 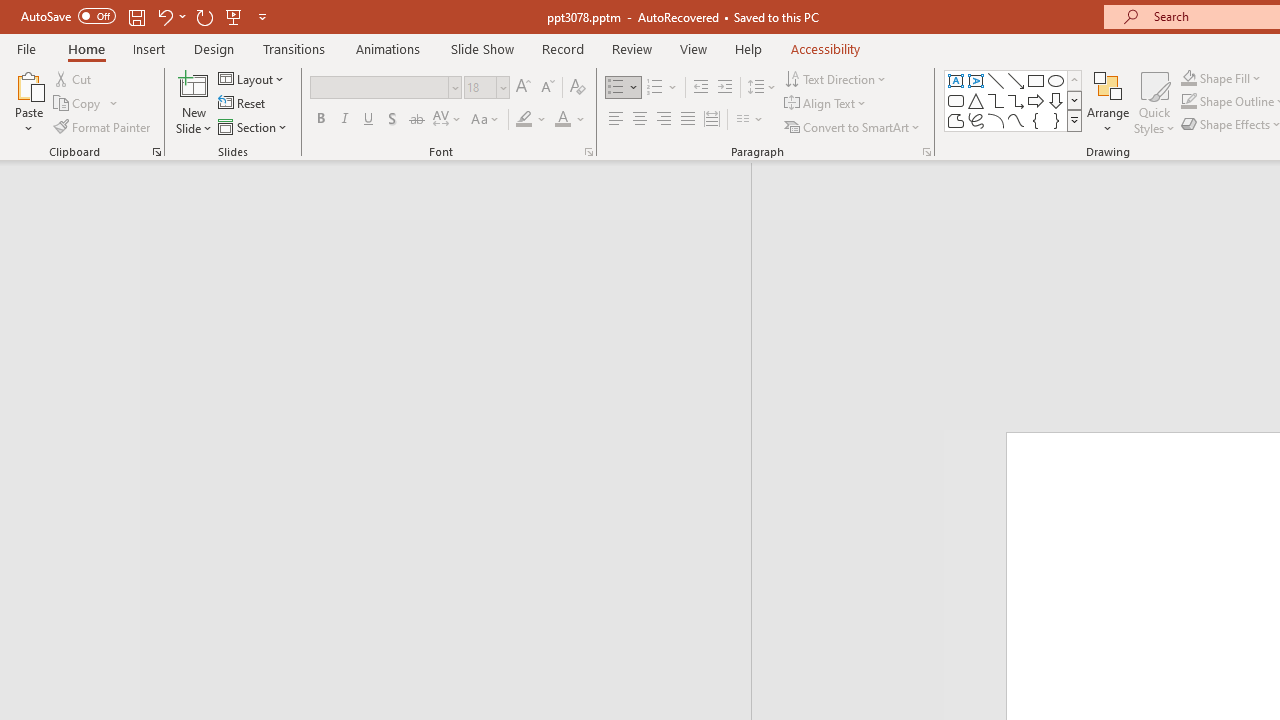 What do you see at coordinates (85, 103) in the screenshot?
I see `'Copy'` at bounding box center [85, 103].